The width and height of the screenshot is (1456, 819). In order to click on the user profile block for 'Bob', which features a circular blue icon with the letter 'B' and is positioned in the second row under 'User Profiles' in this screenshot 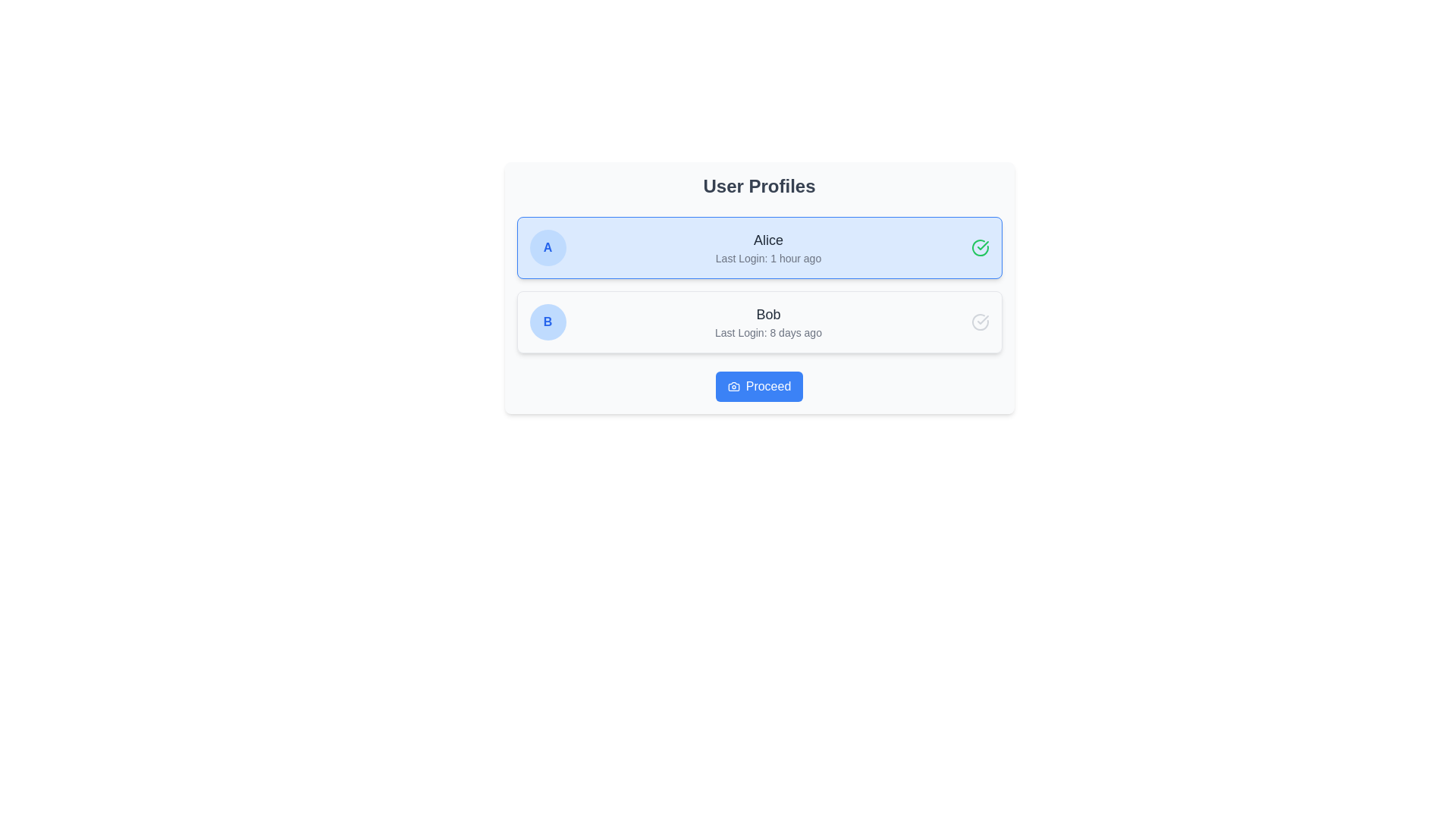, I will do `click(759, 321)`.